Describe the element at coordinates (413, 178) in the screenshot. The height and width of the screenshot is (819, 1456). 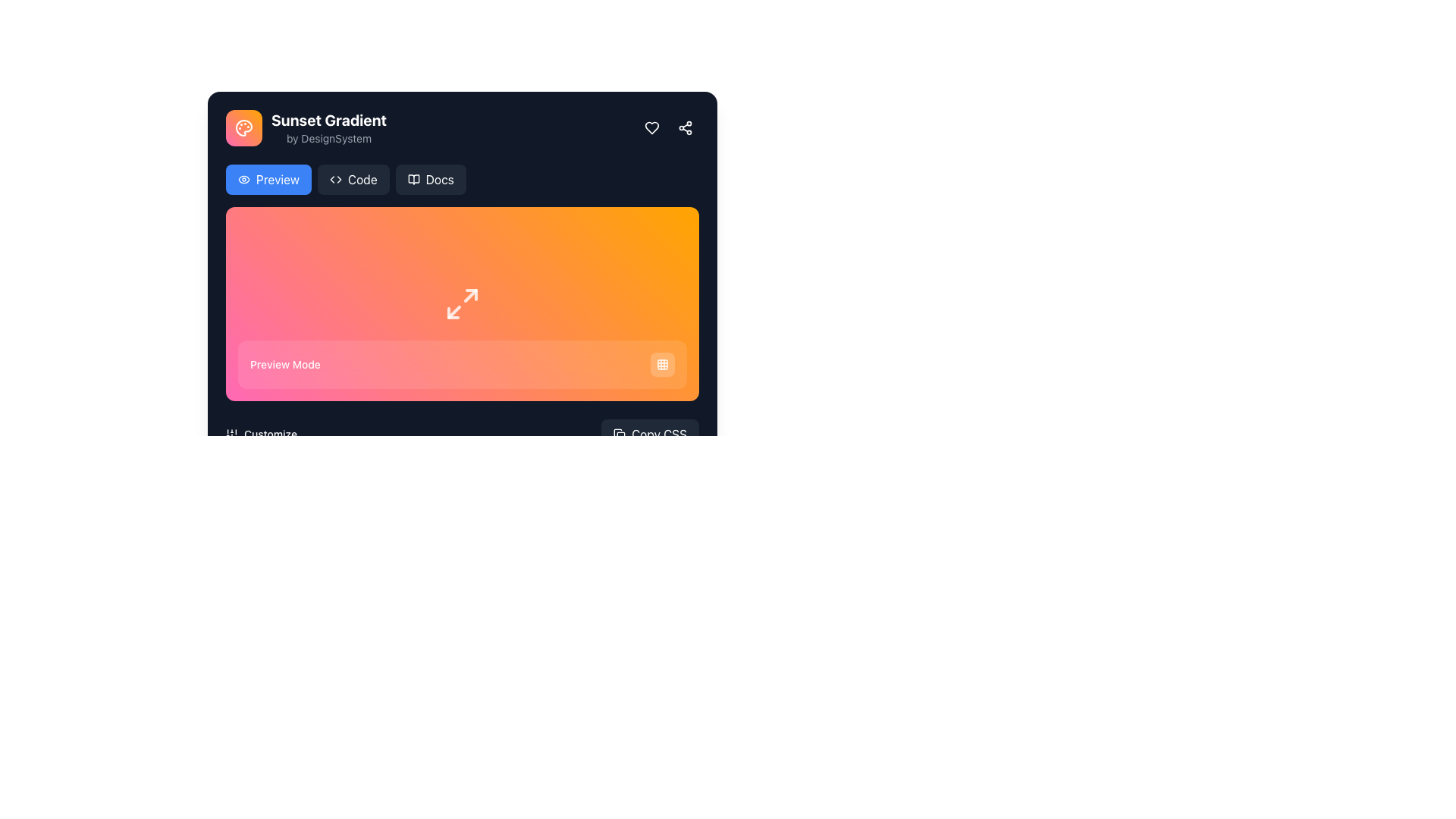
I see `the opened book icon located in the upper-right corner of the navigation bar for a tooltip` at that location.